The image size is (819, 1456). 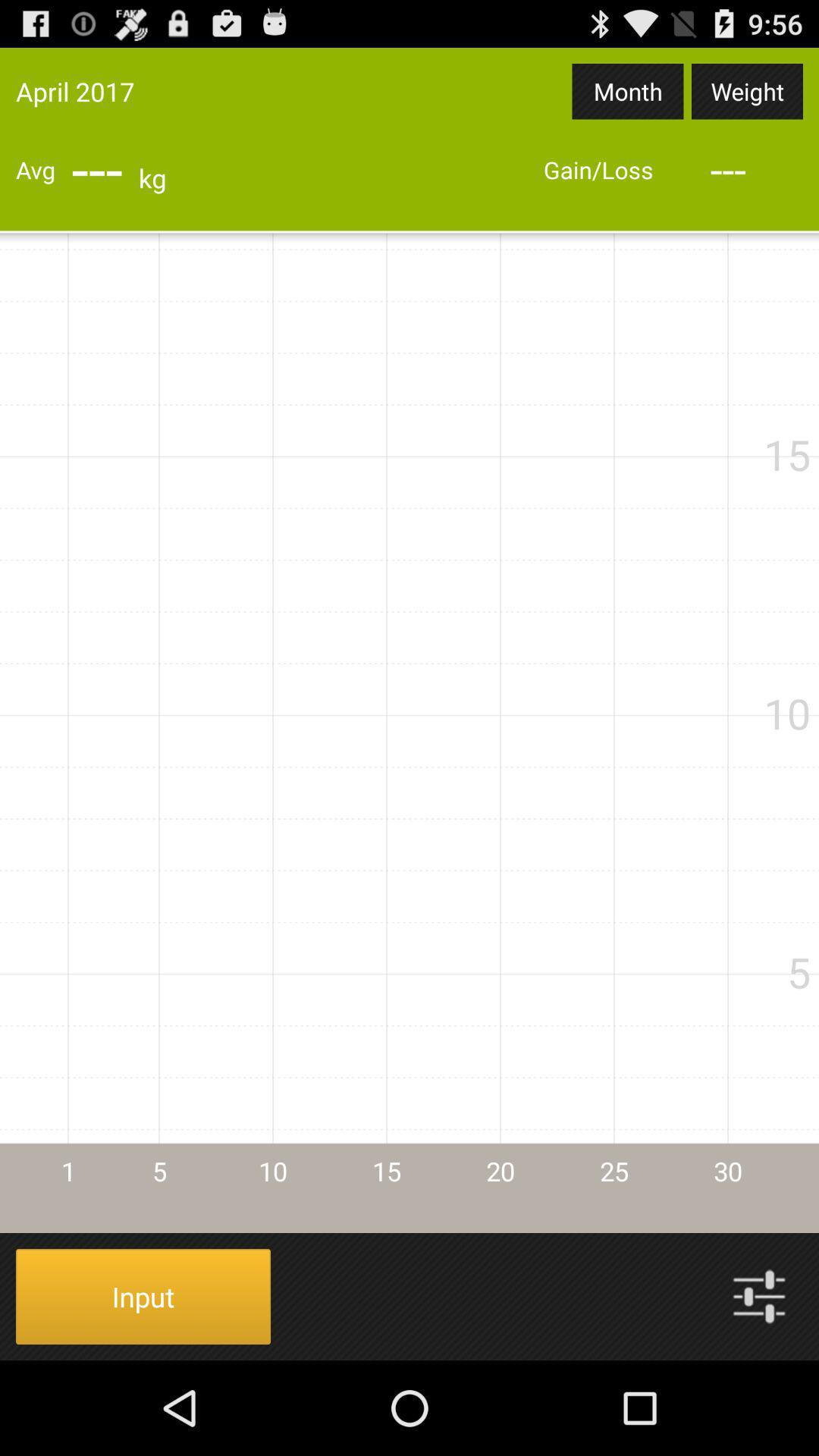 I want to click on the item at the bottom left corner, so click(x=143, y=1295).